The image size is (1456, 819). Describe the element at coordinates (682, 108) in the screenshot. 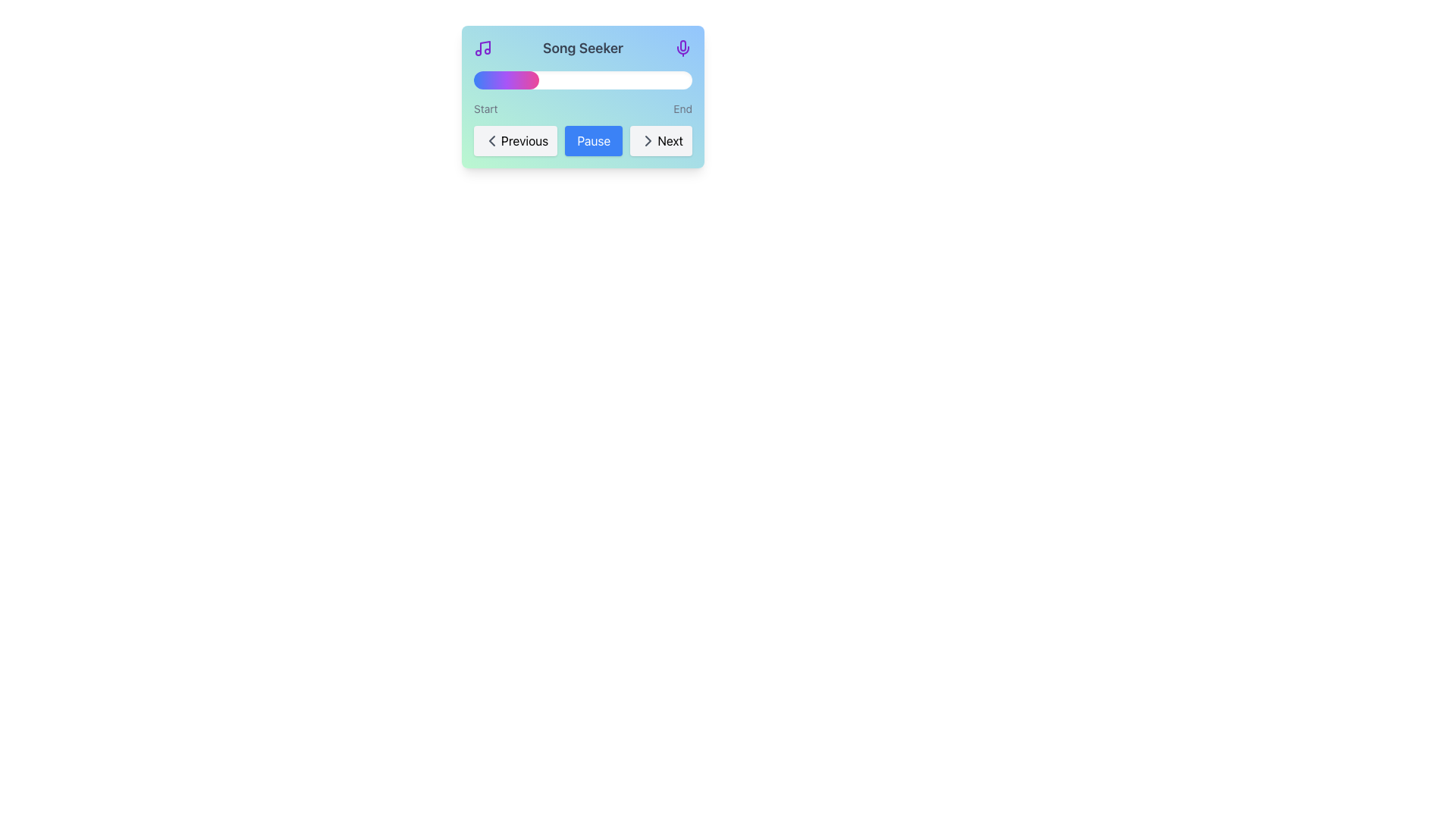

I see `the 'End' label, which is positioned to the right of the 'Start' label, marking the end point of a range or timeline` at that location.